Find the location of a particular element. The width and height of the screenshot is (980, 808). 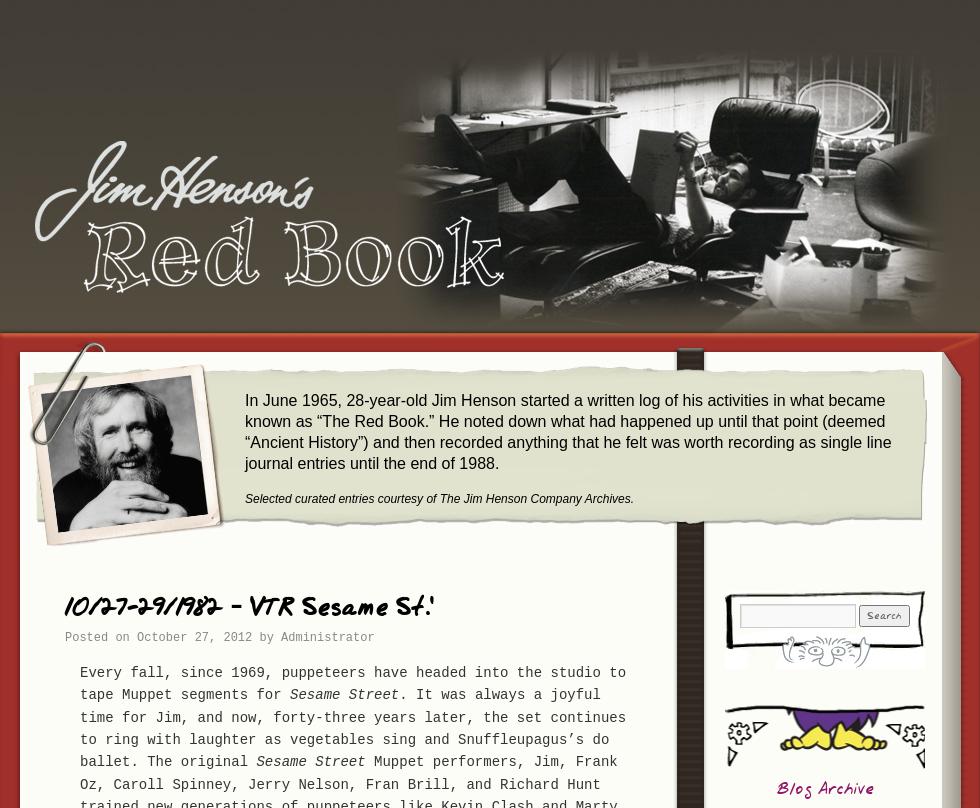

'Administrator' is located at coordinates (327, 637).